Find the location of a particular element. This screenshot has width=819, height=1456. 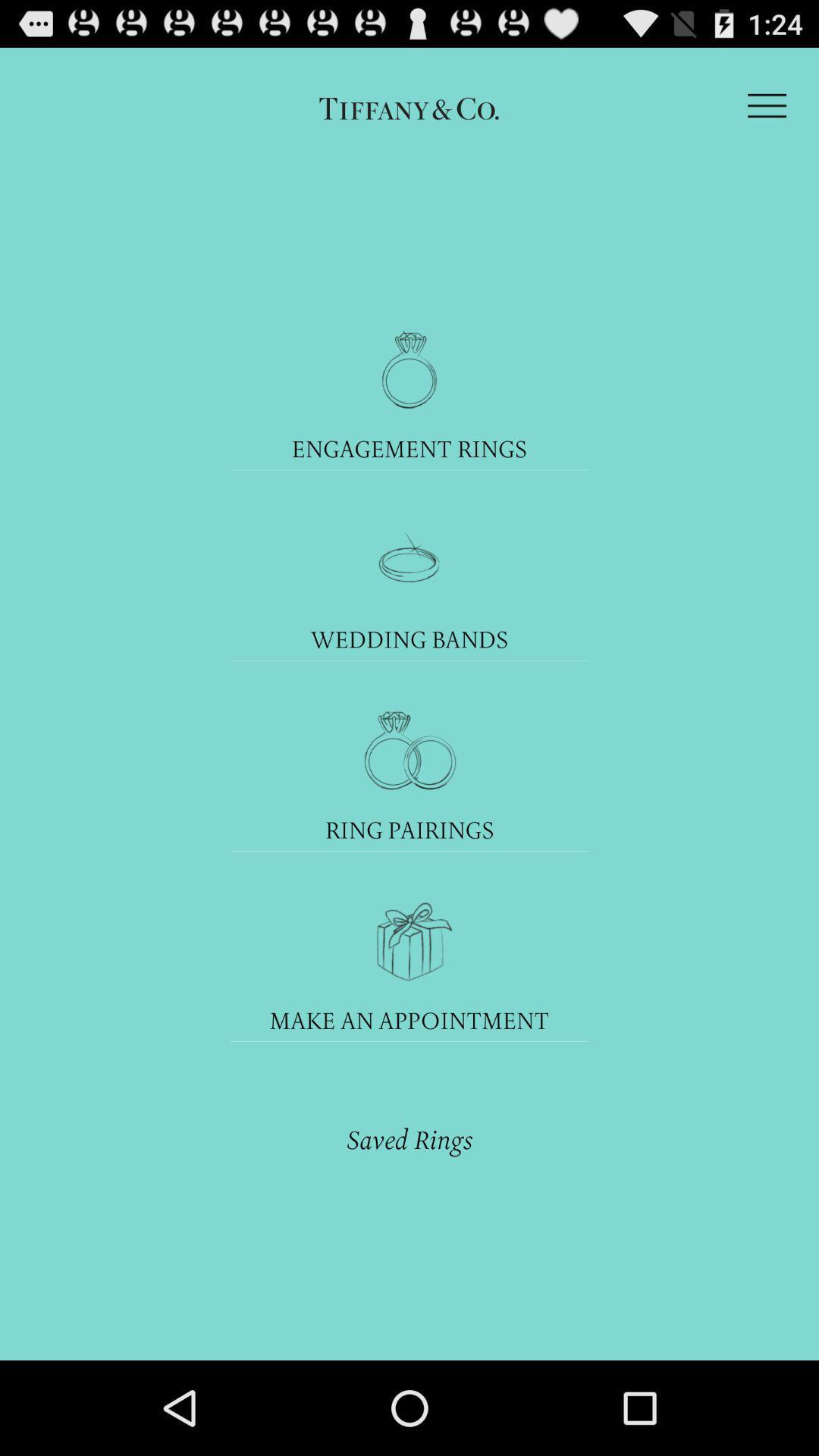

the item above engagement rings icon is located at coordinates (767, 105).